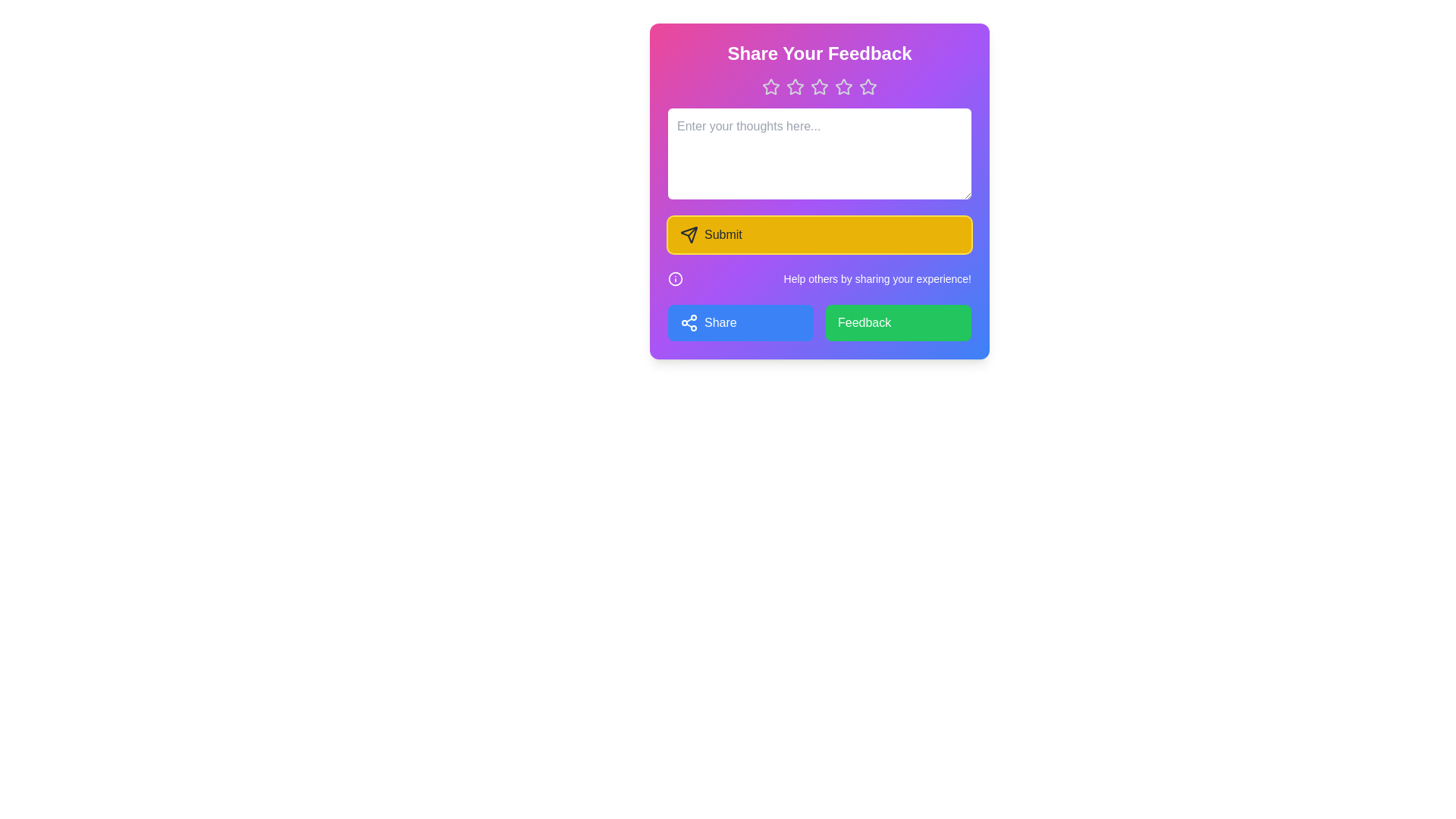 Image resolution: width=1456 pixels, height=819 pixels. Describe the element at coordinates (741, 322) in the screenshot. I see `the first button in the feedback form` at that location.